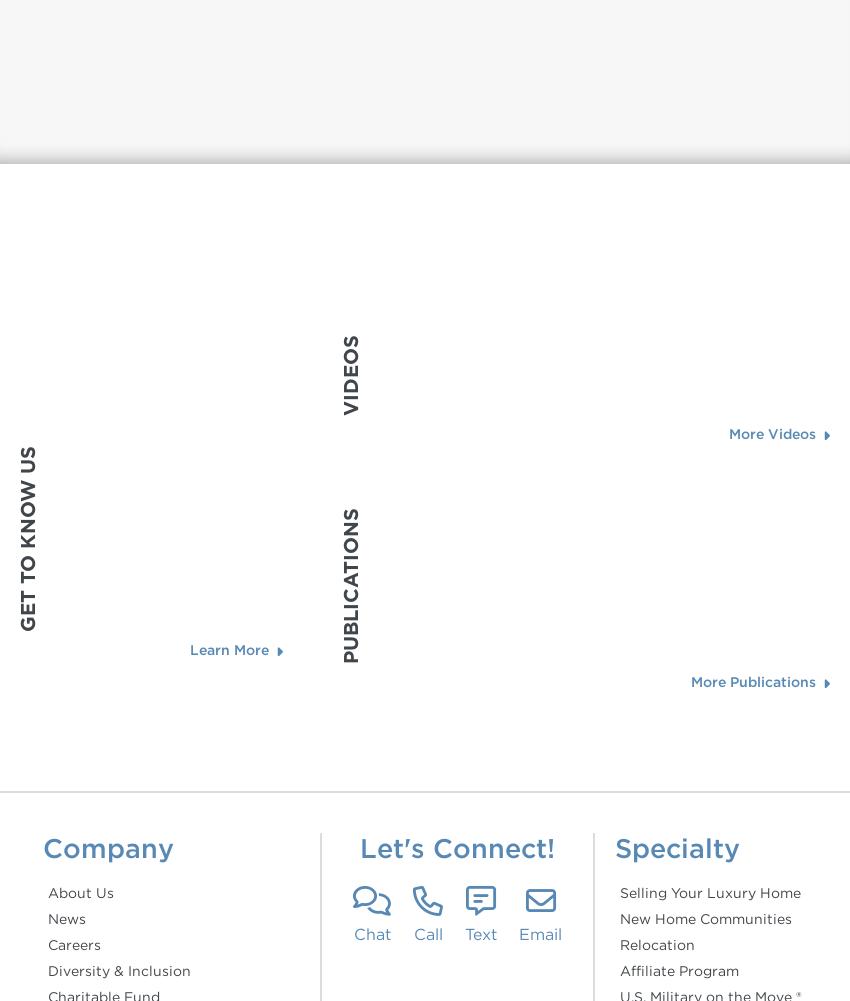 The image size is (850, 1001). Describe the element at coordinates (338, 585) in the screenshot. I see `'Publications'` at that location.